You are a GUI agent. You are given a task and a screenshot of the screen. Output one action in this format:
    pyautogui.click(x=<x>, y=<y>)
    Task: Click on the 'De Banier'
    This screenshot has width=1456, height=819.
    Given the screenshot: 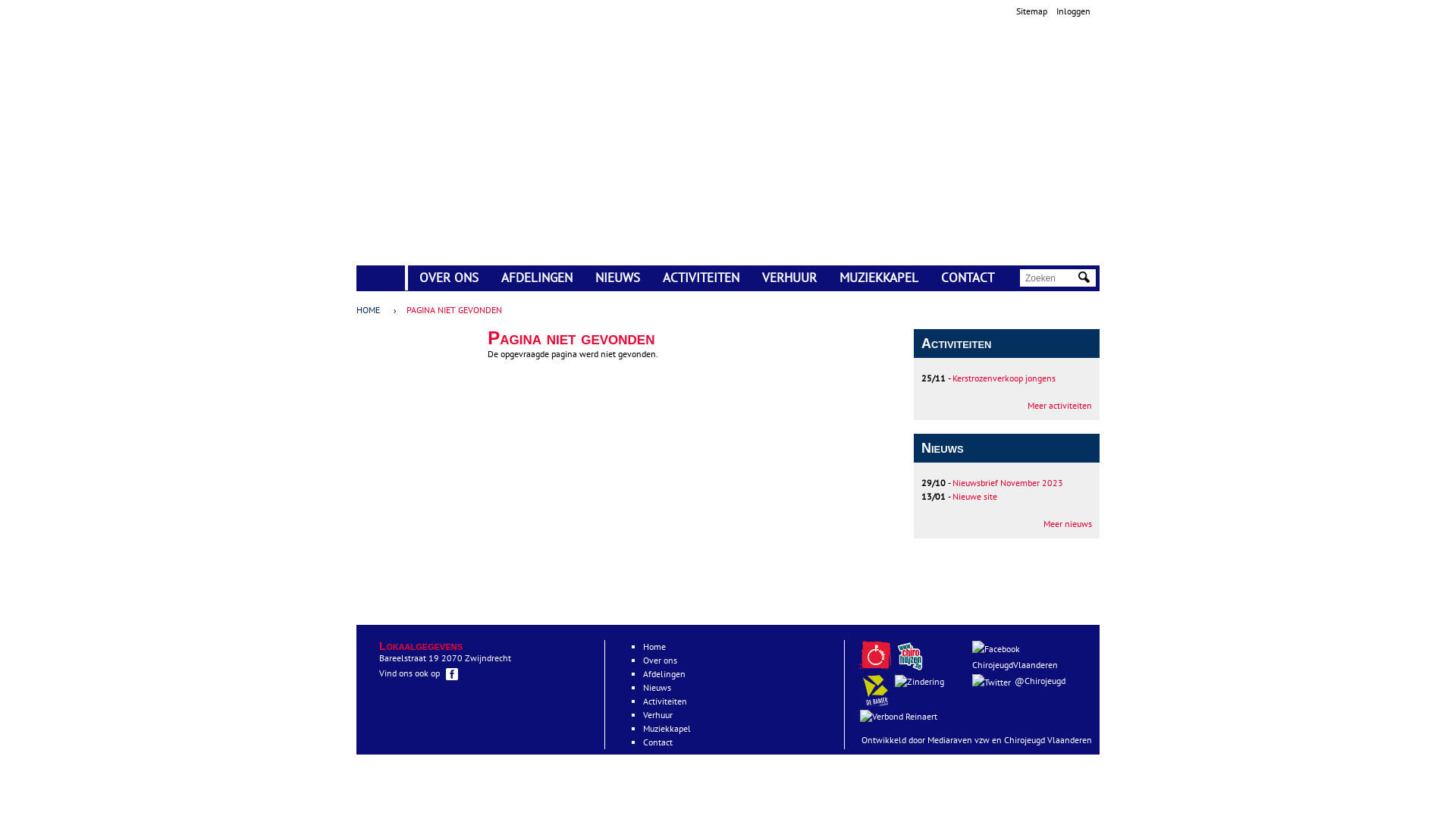 What is the action you would take?
    pyautogui.click(x=877, y=702)
    